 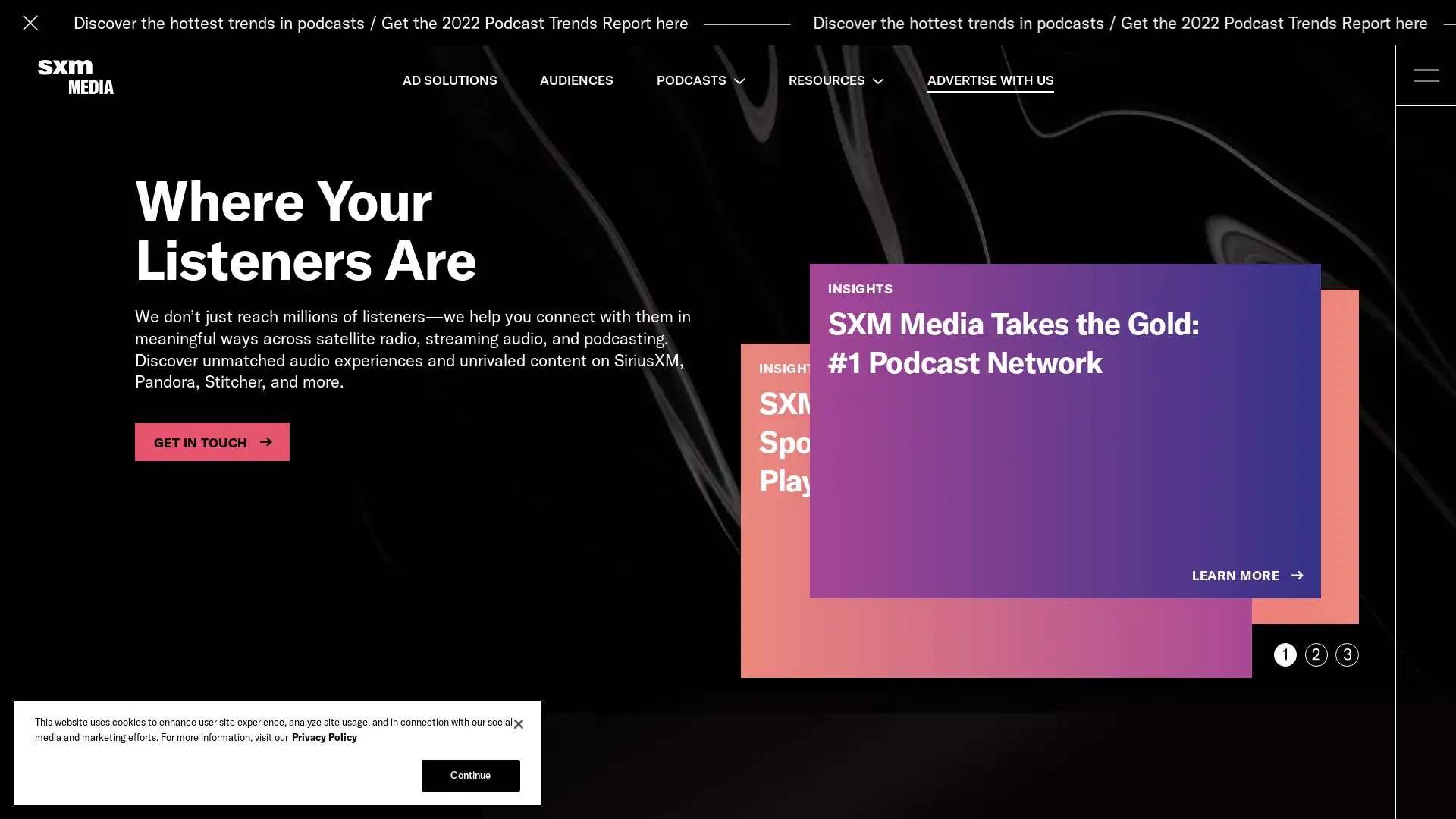 I want to click on 2, so click(x=1315, y=654).